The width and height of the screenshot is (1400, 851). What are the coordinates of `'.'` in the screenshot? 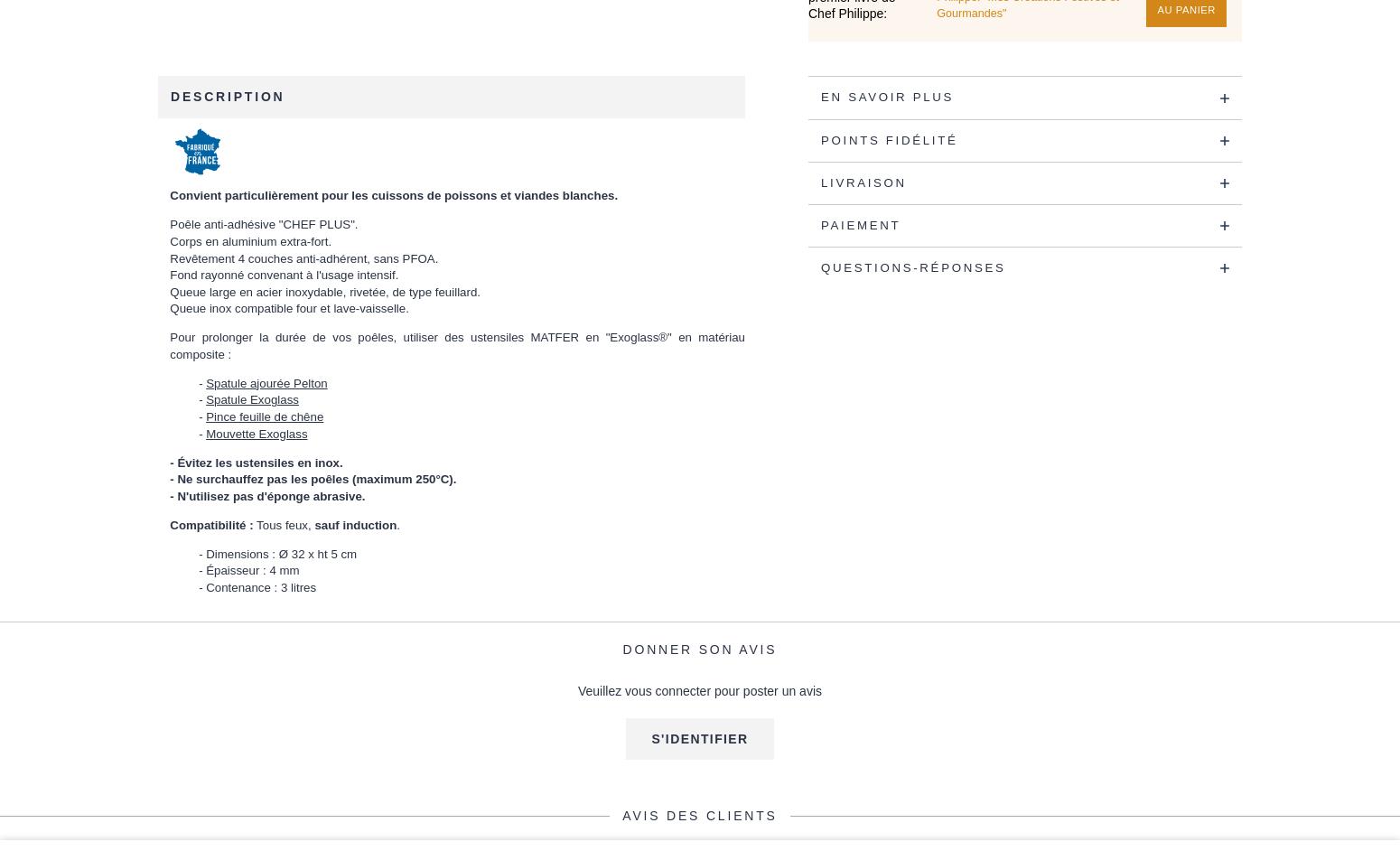 It's located at (397, 524).